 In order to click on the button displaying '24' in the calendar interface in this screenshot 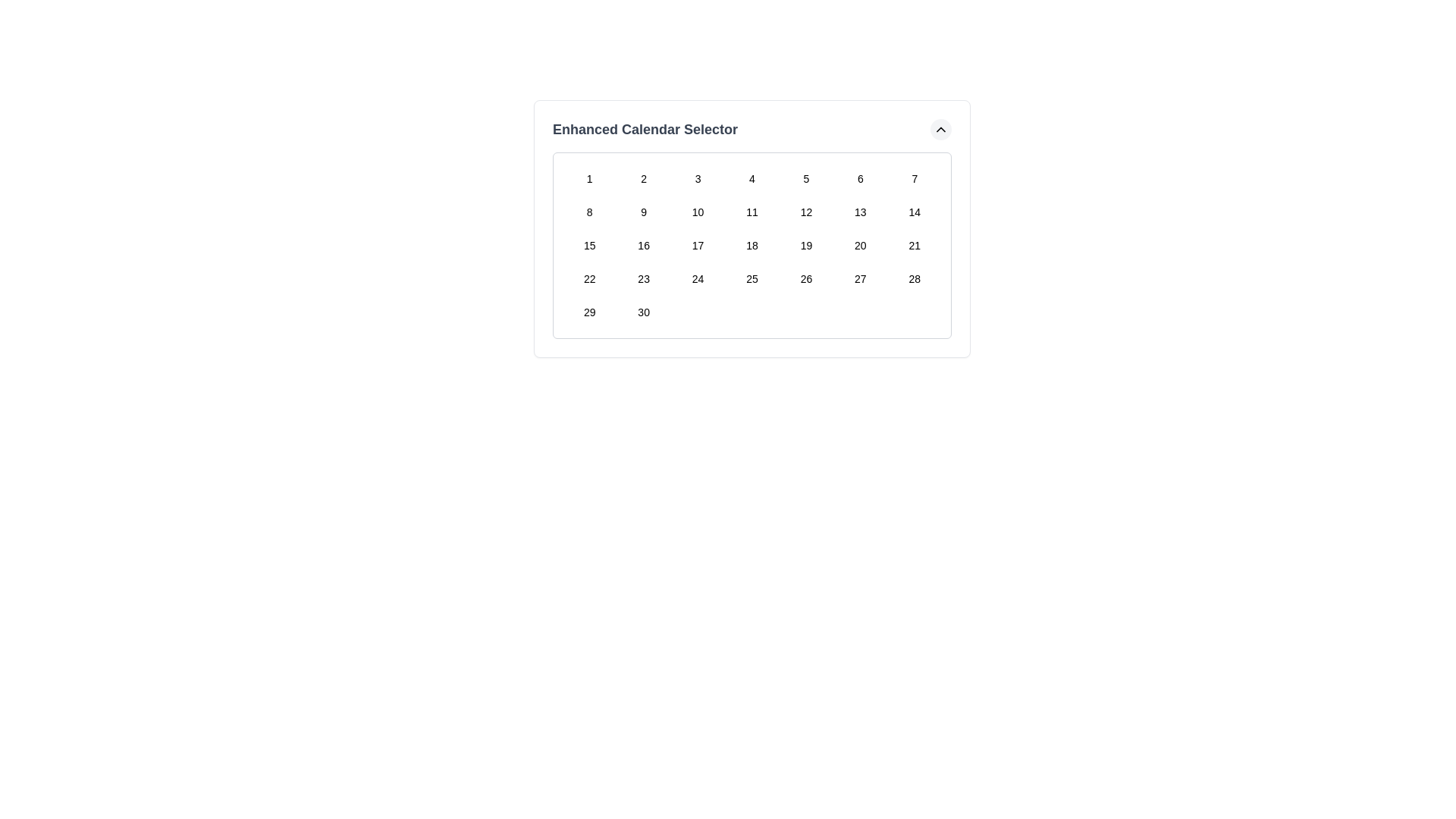, I will do `click(697, 278)`.